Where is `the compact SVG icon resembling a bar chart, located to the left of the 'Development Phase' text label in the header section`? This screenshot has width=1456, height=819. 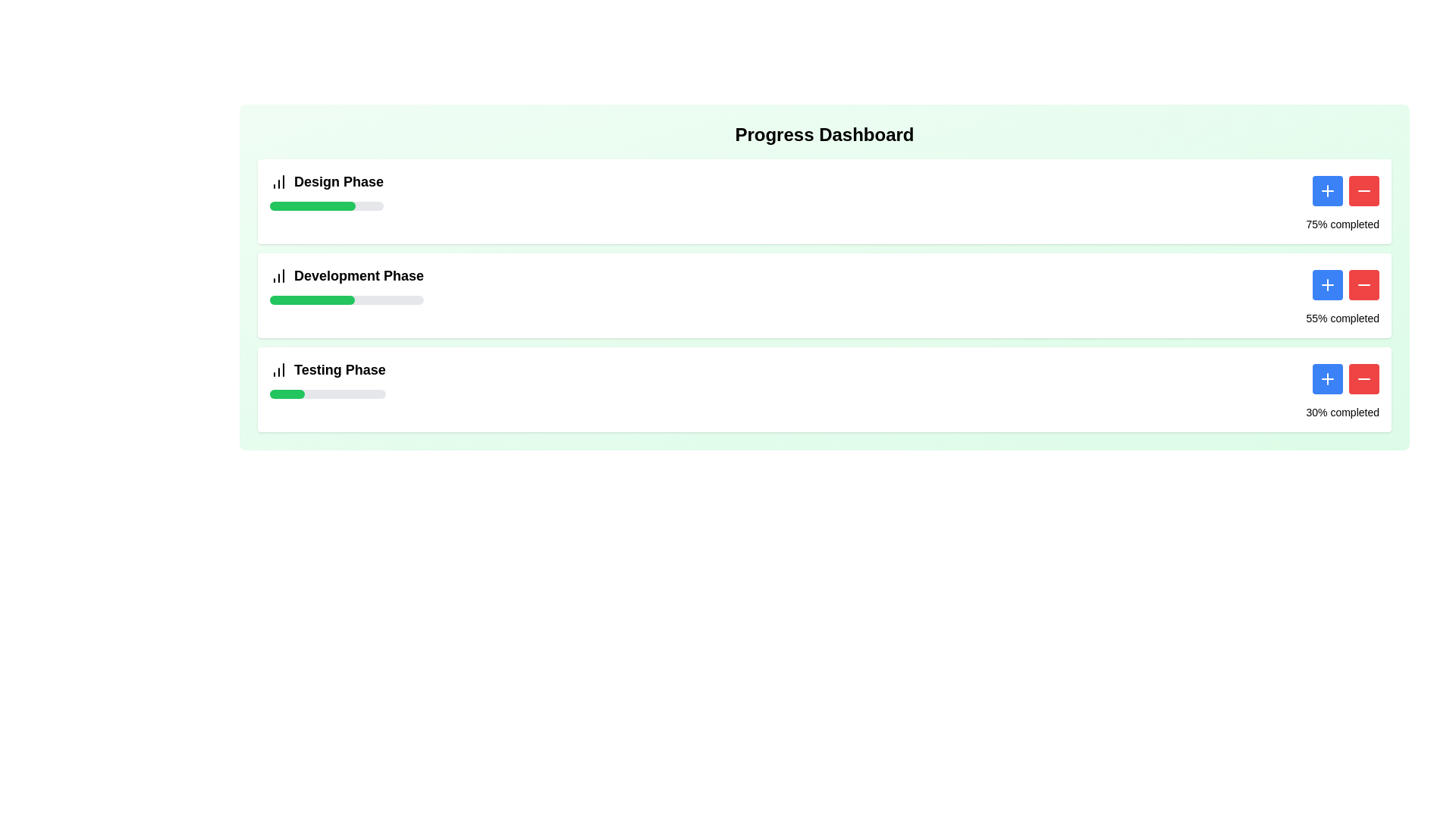
the compact SVG icon resembling a bar chart, located to the left of the 'Development Phase' text label in the header section is located at coordinates (279, 275).